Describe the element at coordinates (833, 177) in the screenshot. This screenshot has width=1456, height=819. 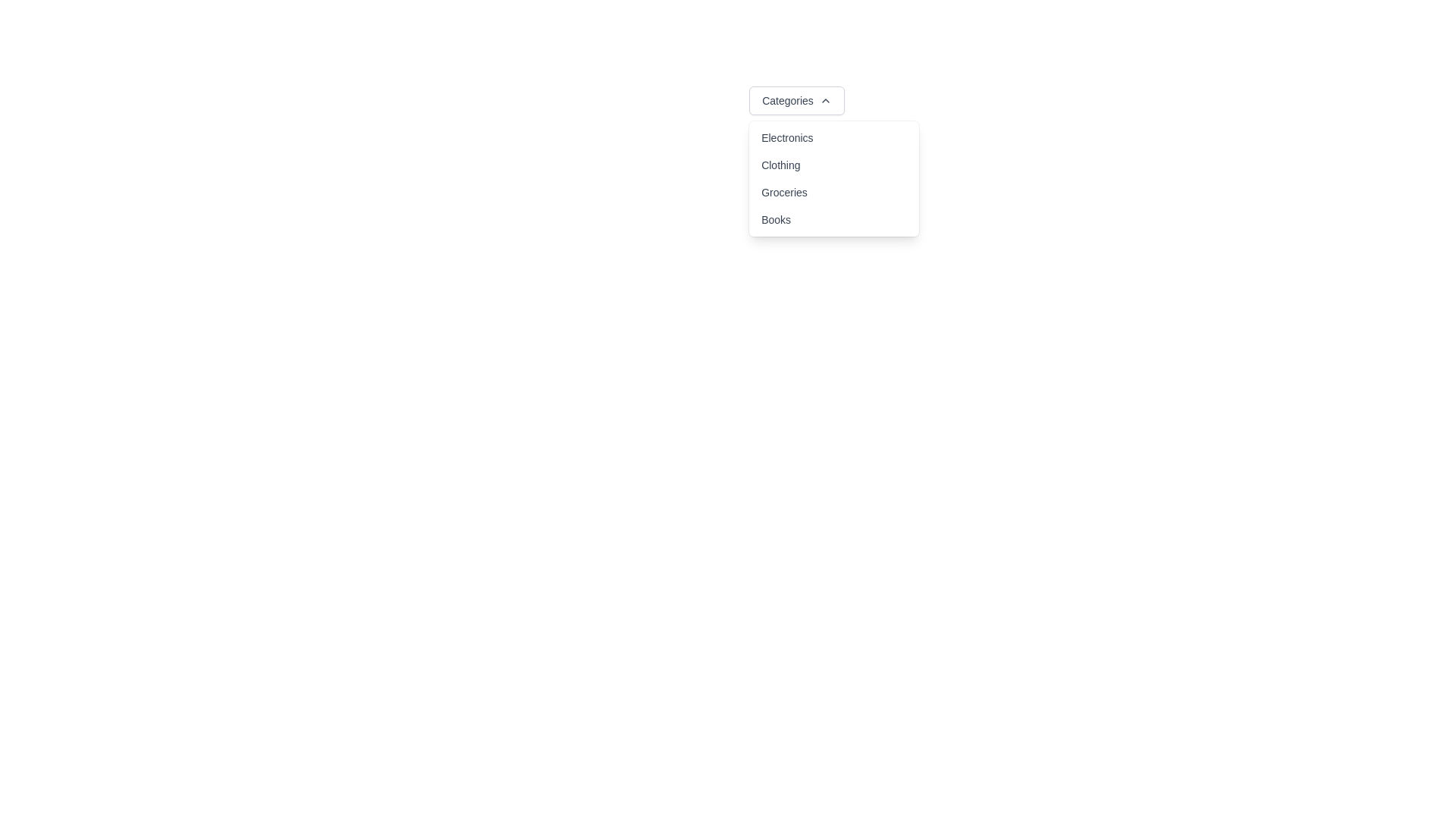
I see `the 'Groceries' option in the dropdown menu` at that location.